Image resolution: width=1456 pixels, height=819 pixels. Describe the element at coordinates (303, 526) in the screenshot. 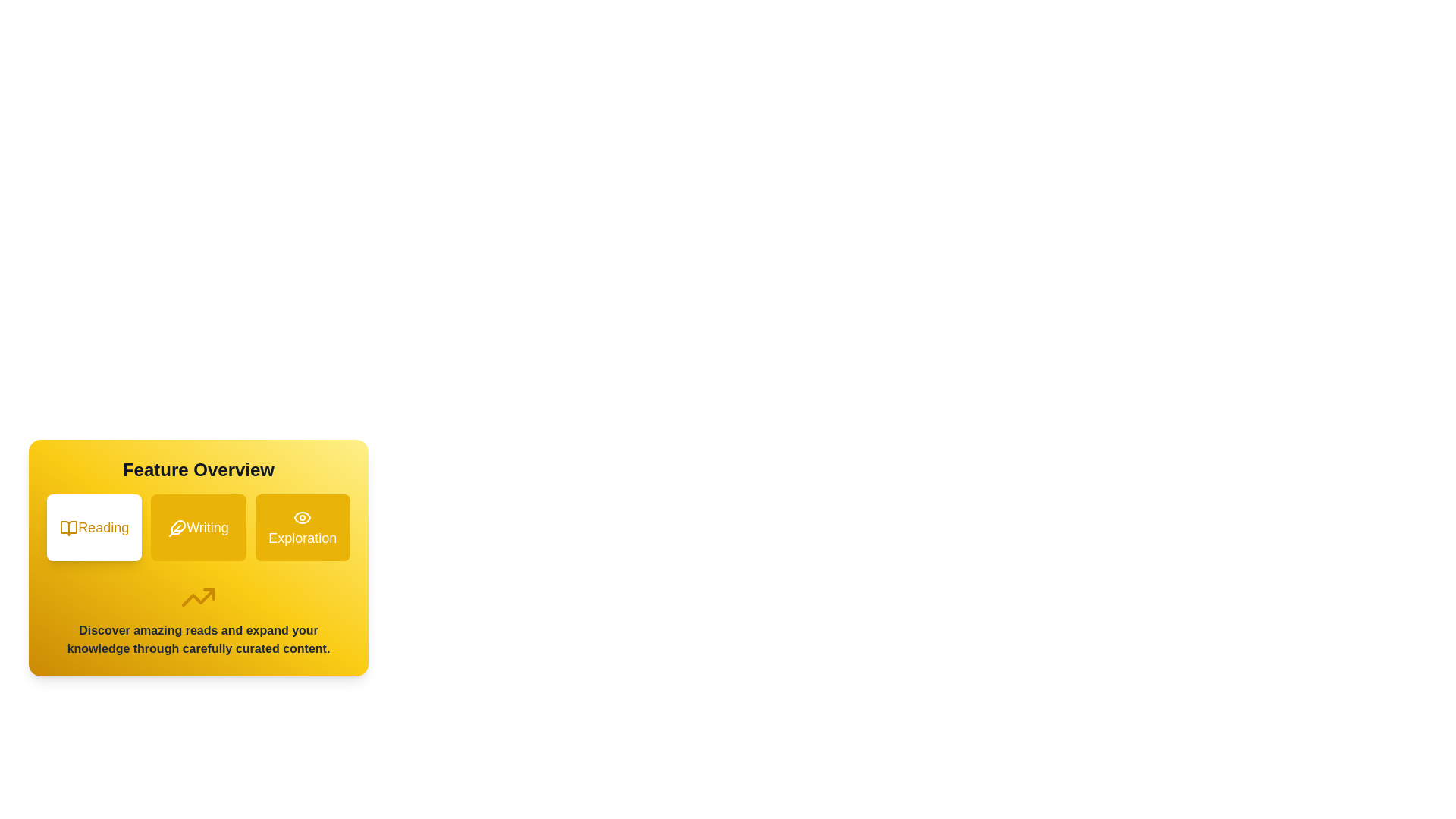

I see `the rightmost button in the horizontally arranged group of three buttons under the 'Feature Overview' header` at that location.